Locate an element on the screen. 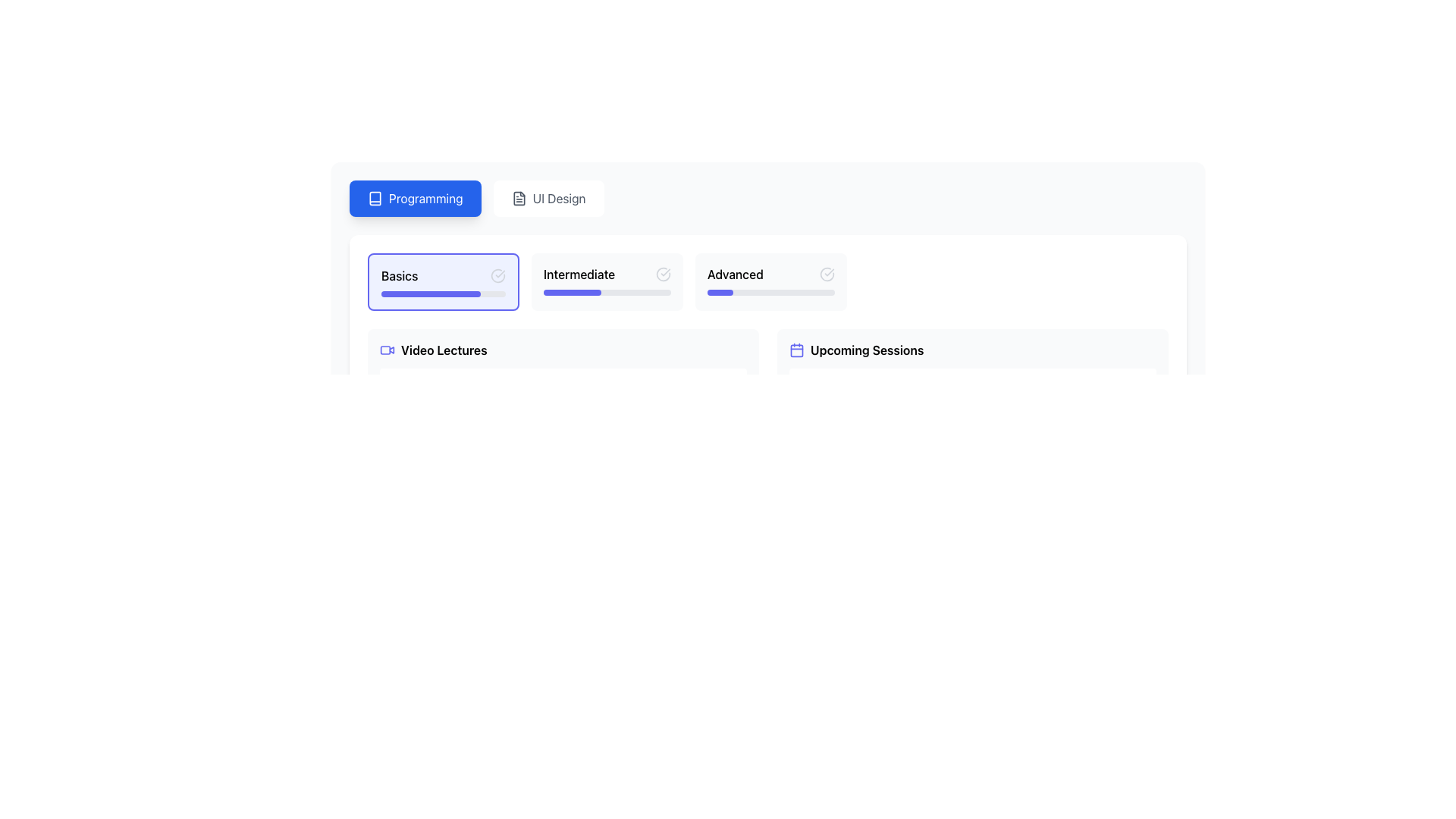 The width and height of the screenshot is (1456, 819). the 'Intermediate' progress level label, which is the middle element in a group of three levels of progress represented by a light-gray background is located at coordinates (607, 275).